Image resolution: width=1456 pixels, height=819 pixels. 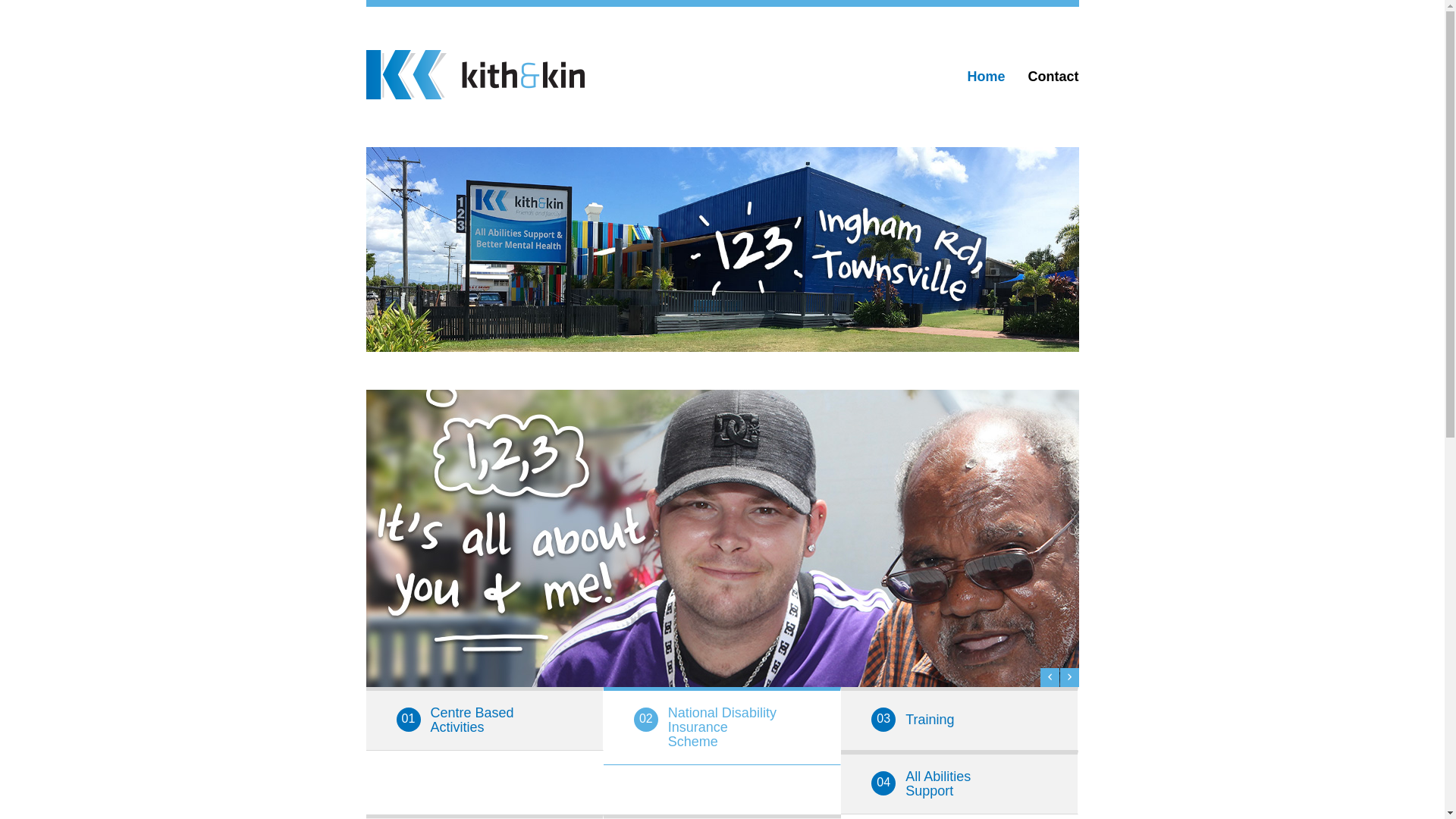 I want to click on '02, so click(x=721, y=725).